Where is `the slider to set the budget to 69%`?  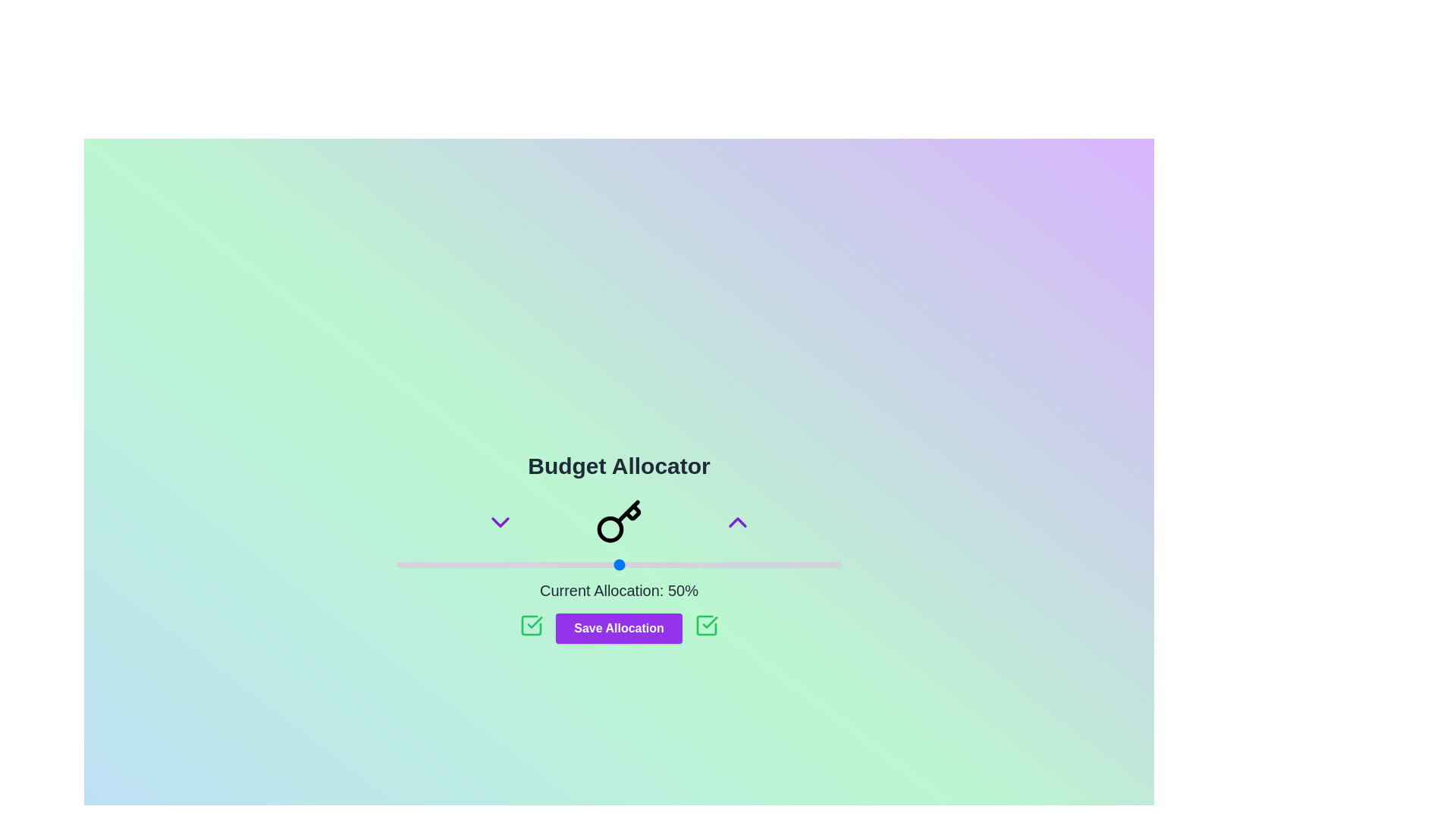 the slider to set the budget to 69% is located at coordinates (703, 564).